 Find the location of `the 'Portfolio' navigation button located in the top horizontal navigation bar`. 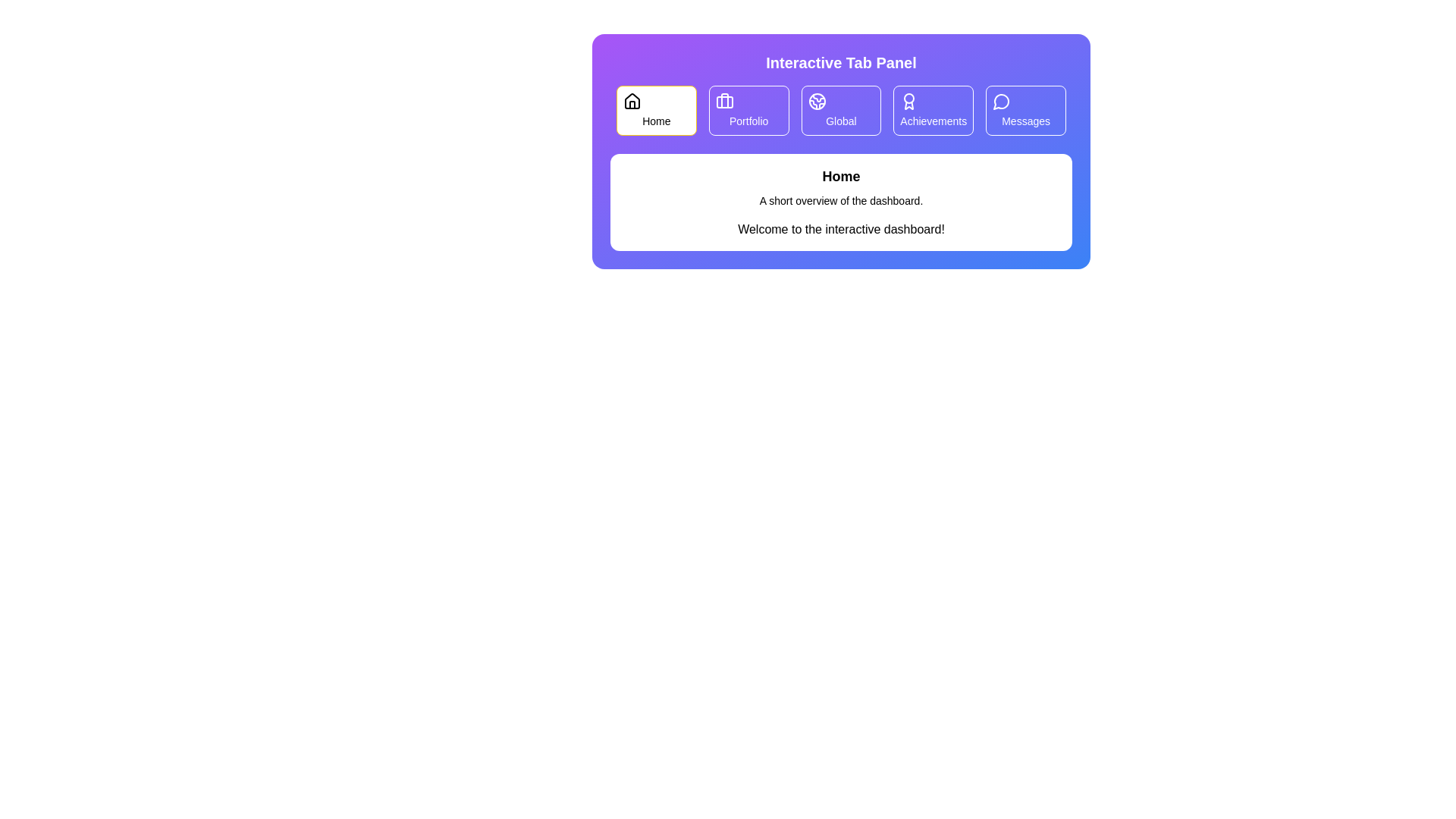

the 'Portfolio' navigation button located in the top horizontal navigation bar is located at coordinates (748, 110).